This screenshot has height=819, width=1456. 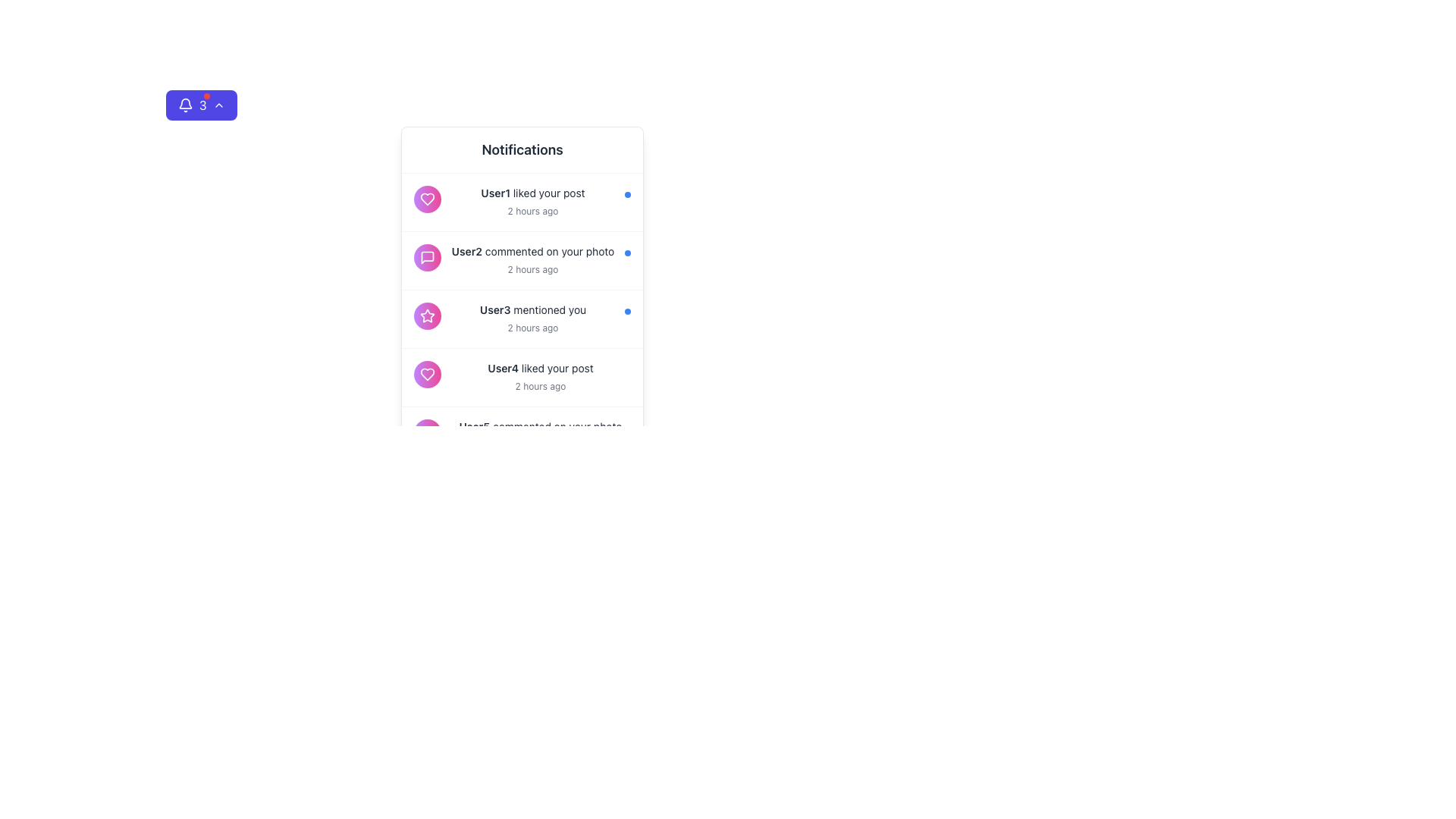 What do you see at coordinates (522, 318) in the screenshot?
I see `the star icon in the third notification of the notifications list` at bounding box center [522, 318].